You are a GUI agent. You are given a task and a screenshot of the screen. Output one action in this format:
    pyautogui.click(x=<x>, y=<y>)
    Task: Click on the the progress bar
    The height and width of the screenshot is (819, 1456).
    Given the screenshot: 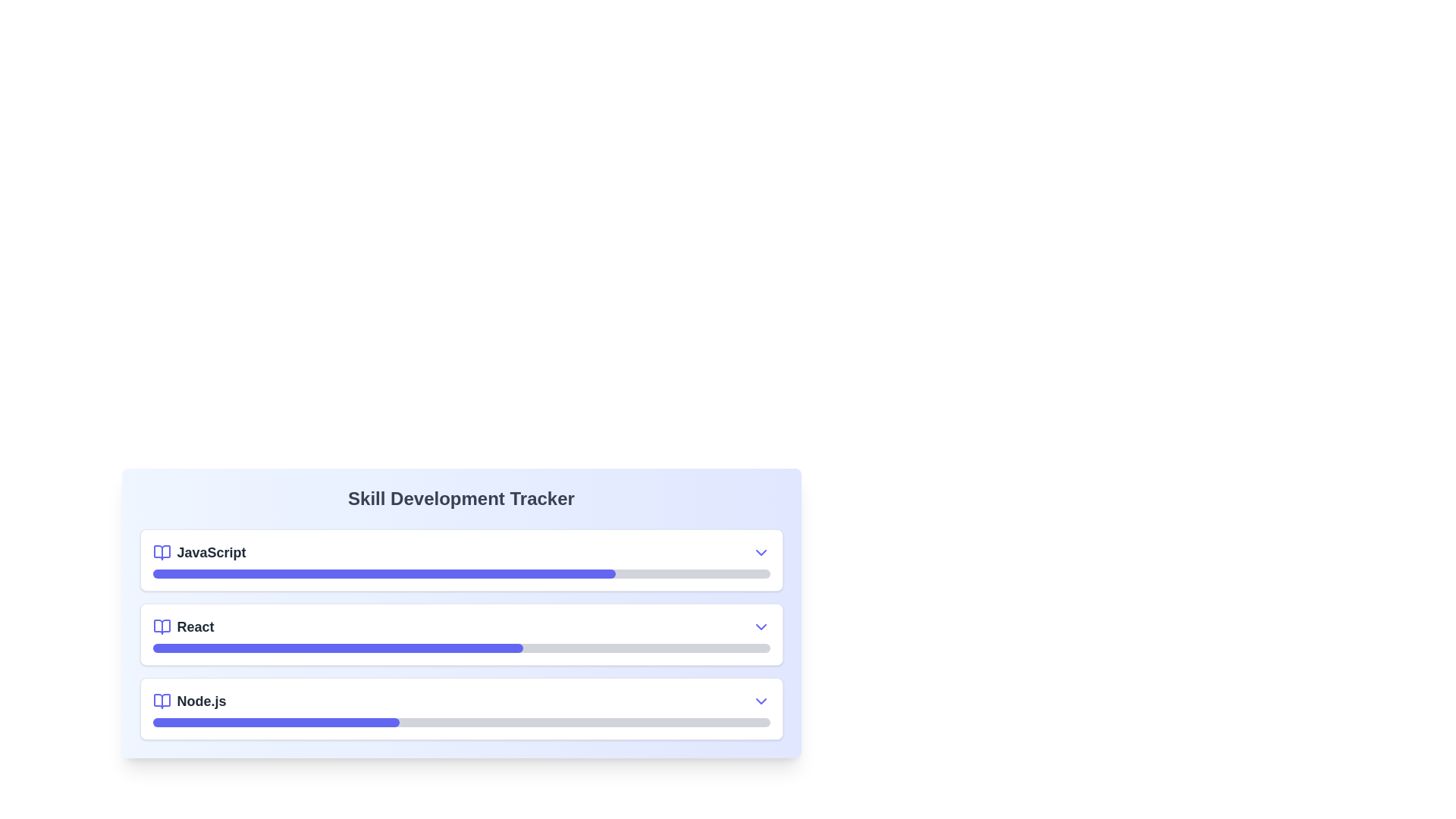 What is the action you would take?
    pyautogui.click(x=232, y=721)
    